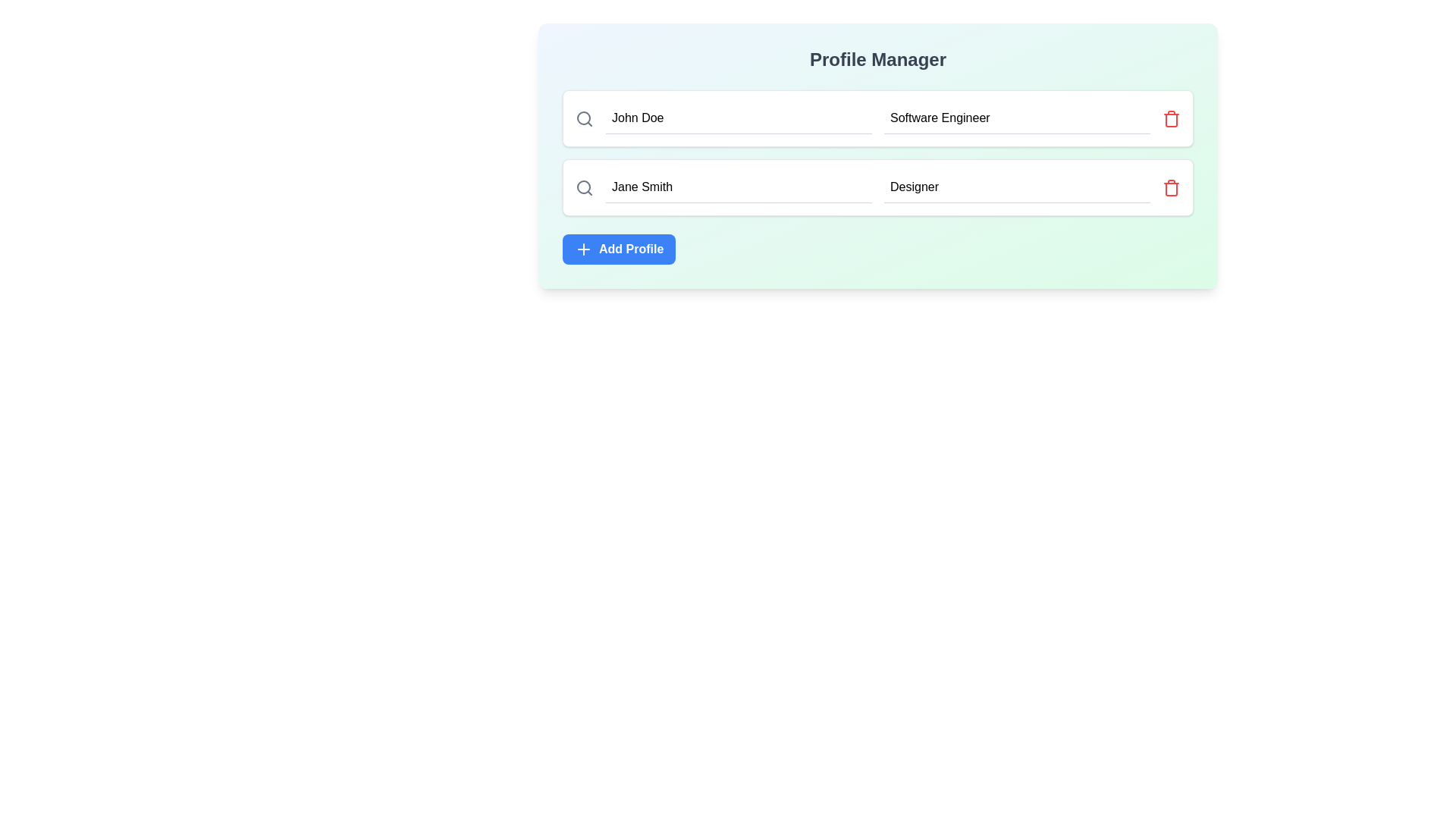  I want to click on the plus icon located at the leftmost segment of the 'Add Profile' button, so click(582, 248).